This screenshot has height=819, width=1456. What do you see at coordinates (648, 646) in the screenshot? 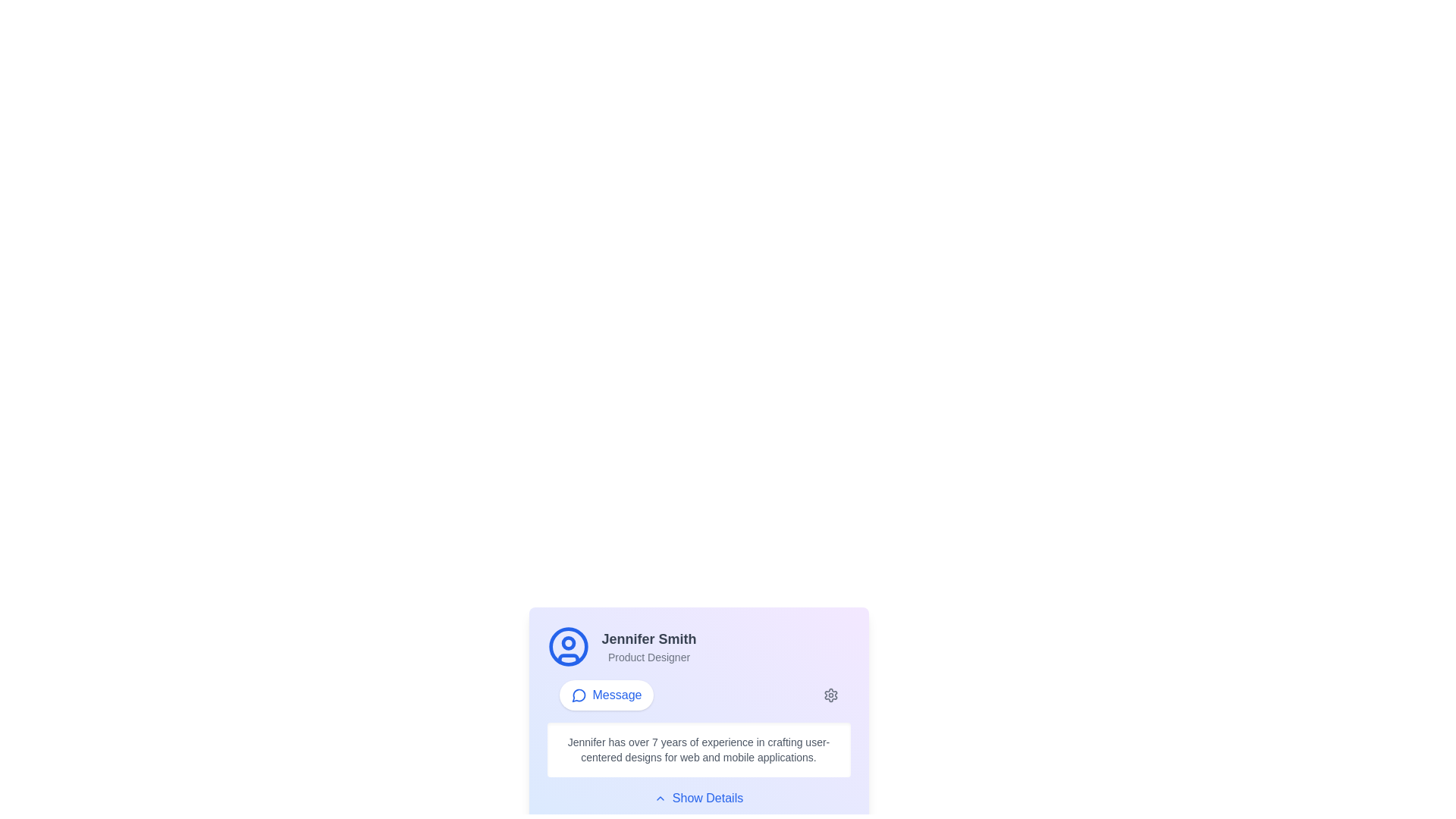
I see `the Text Display containing 'Jennifer Smith' and 'Product Designer', located in the top-right quadrant of the card-like component` at bounding box center [648, 646].